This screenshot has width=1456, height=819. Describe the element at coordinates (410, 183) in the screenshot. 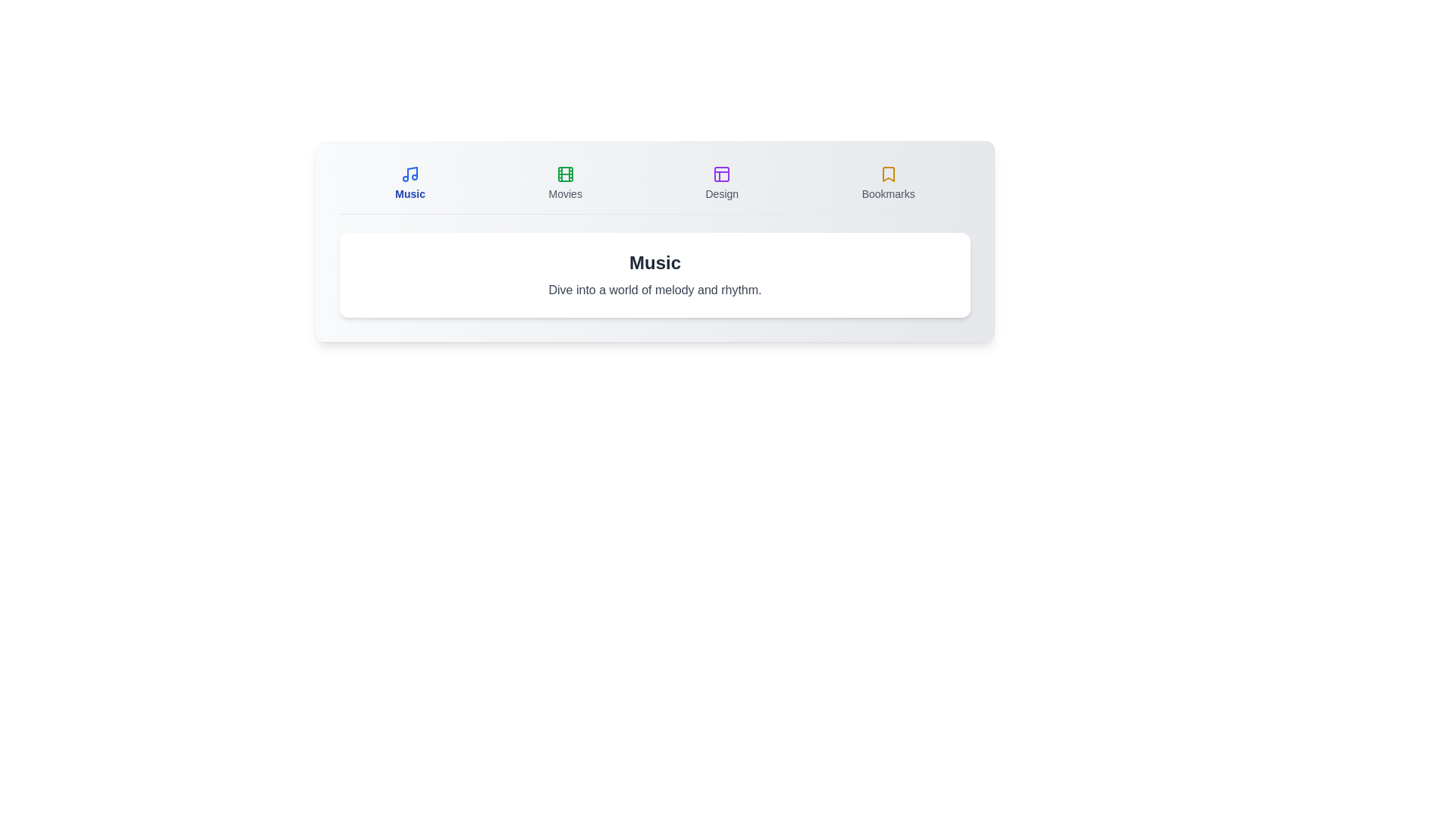

I see `the tab icon labeled Music` at that location.